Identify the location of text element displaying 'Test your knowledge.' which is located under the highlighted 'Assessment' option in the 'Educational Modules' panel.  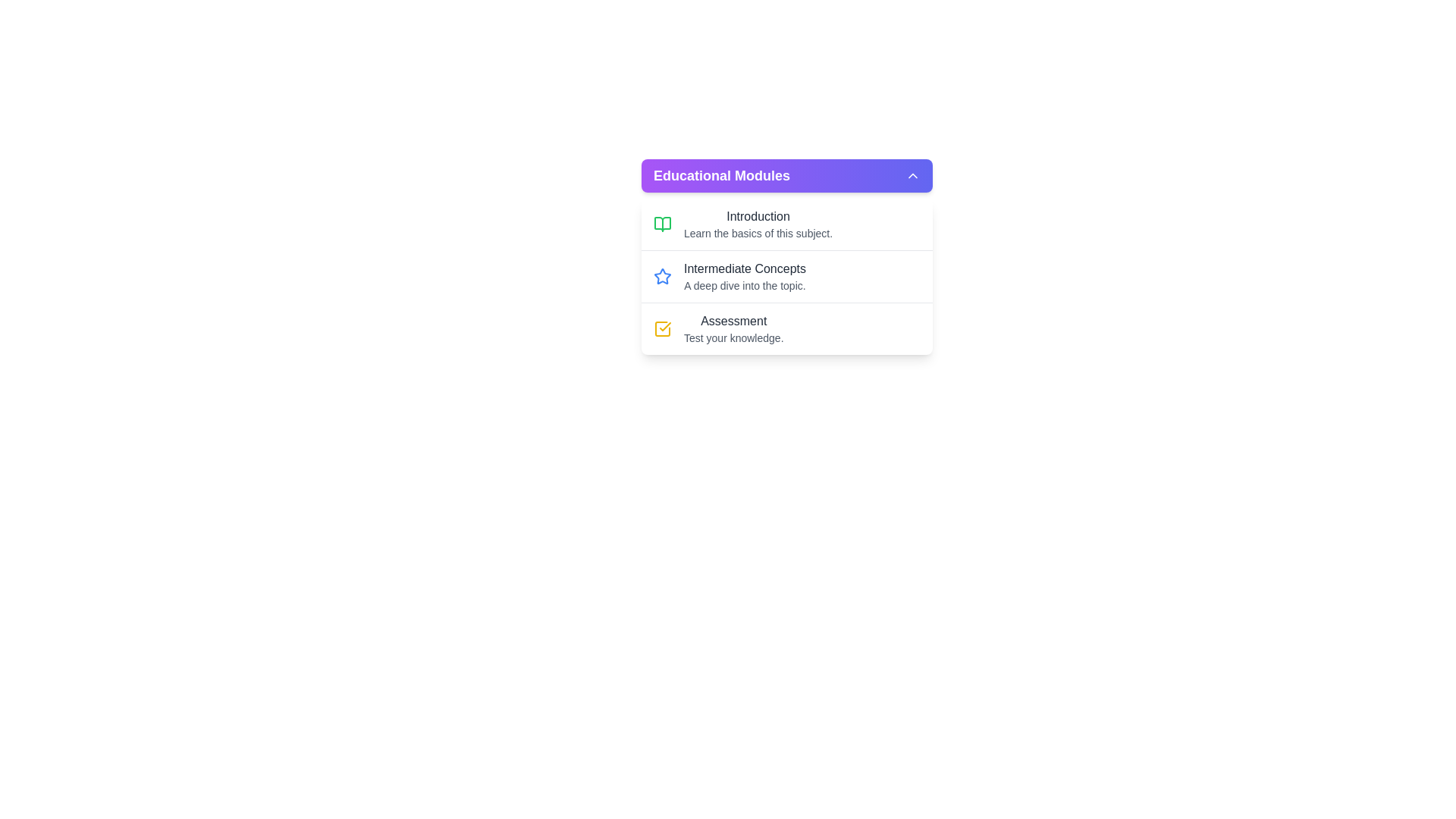
(733, 337).